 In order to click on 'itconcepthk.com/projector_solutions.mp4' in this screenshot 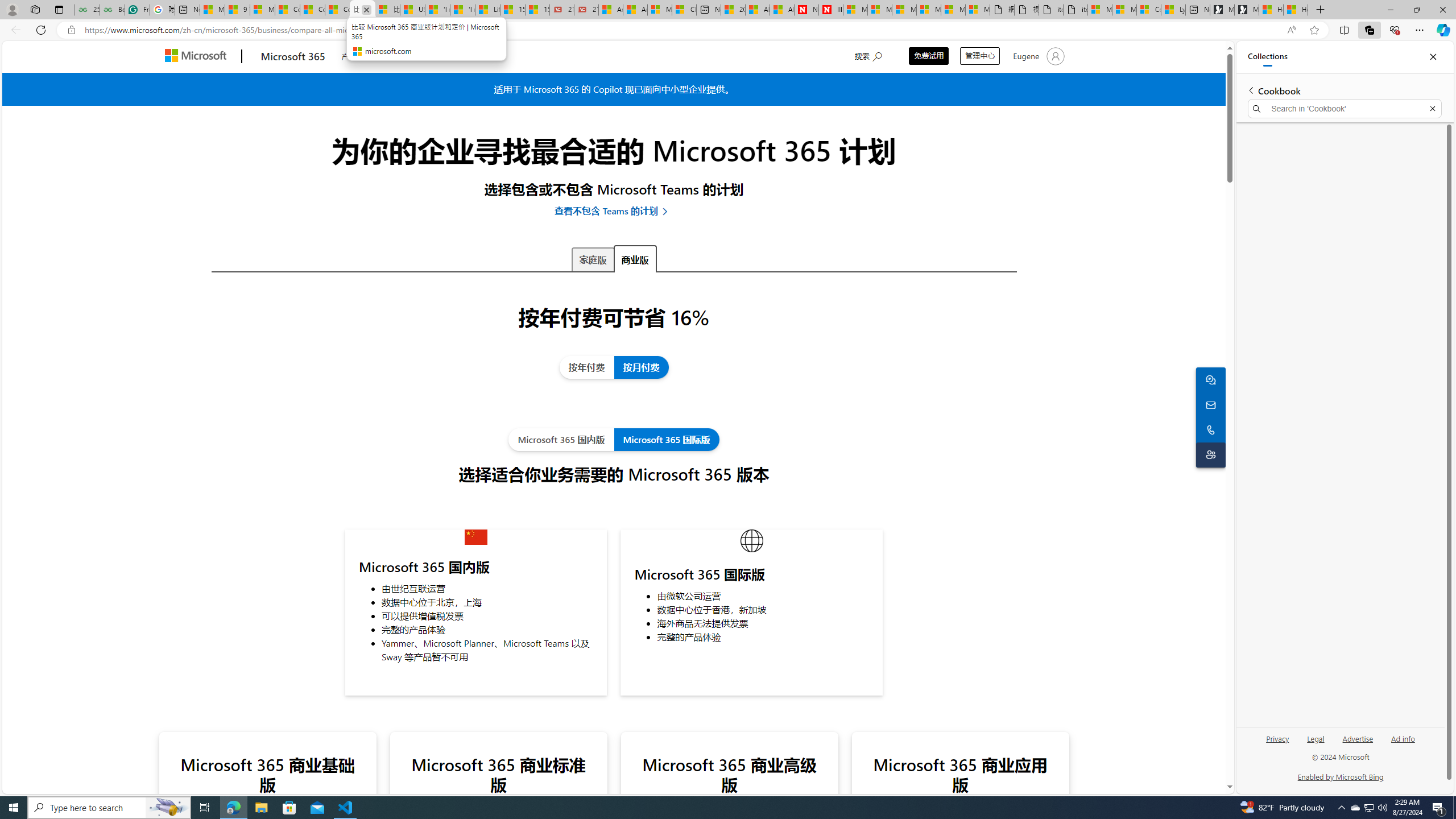, I will do `click(1075, 9)`.